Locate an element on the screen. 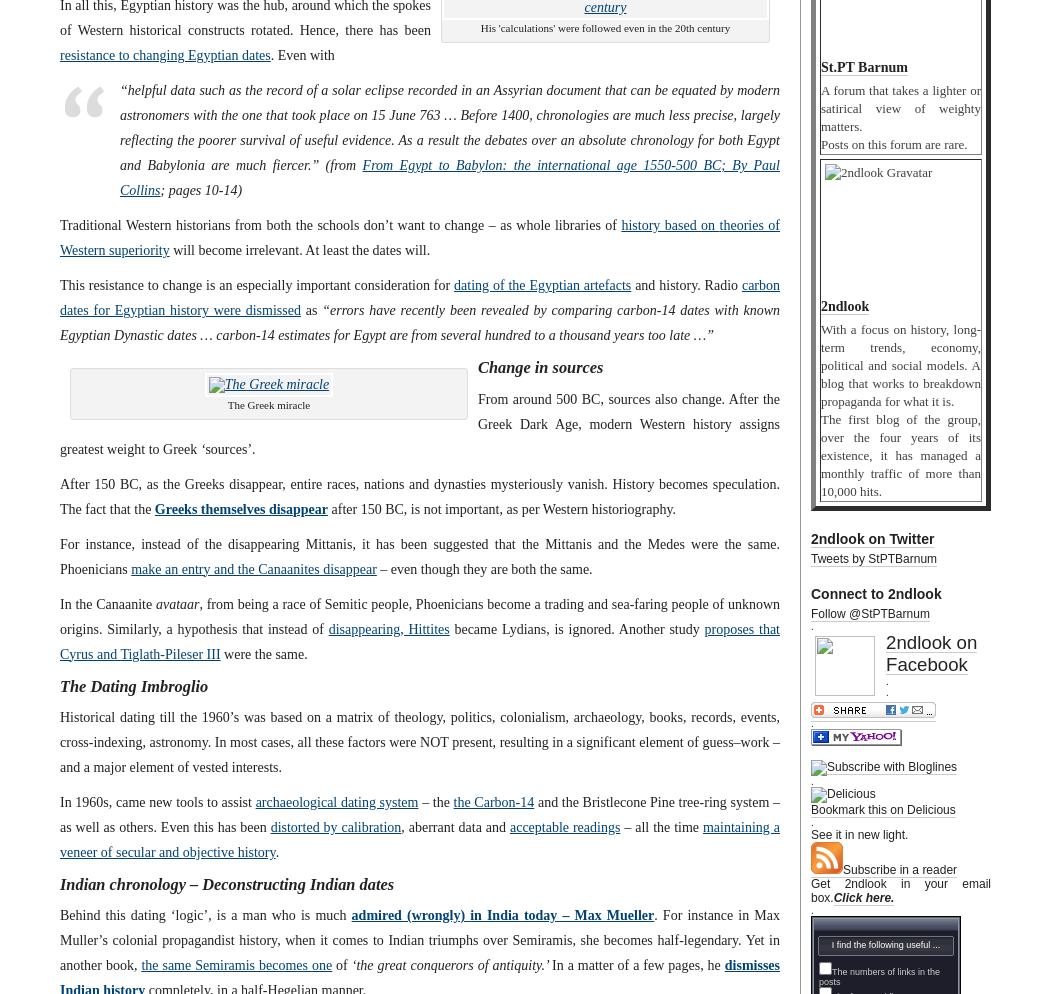 This screenshot has height=994, width=1050. 'acceptable readings' is located at coordinates (563, 825).